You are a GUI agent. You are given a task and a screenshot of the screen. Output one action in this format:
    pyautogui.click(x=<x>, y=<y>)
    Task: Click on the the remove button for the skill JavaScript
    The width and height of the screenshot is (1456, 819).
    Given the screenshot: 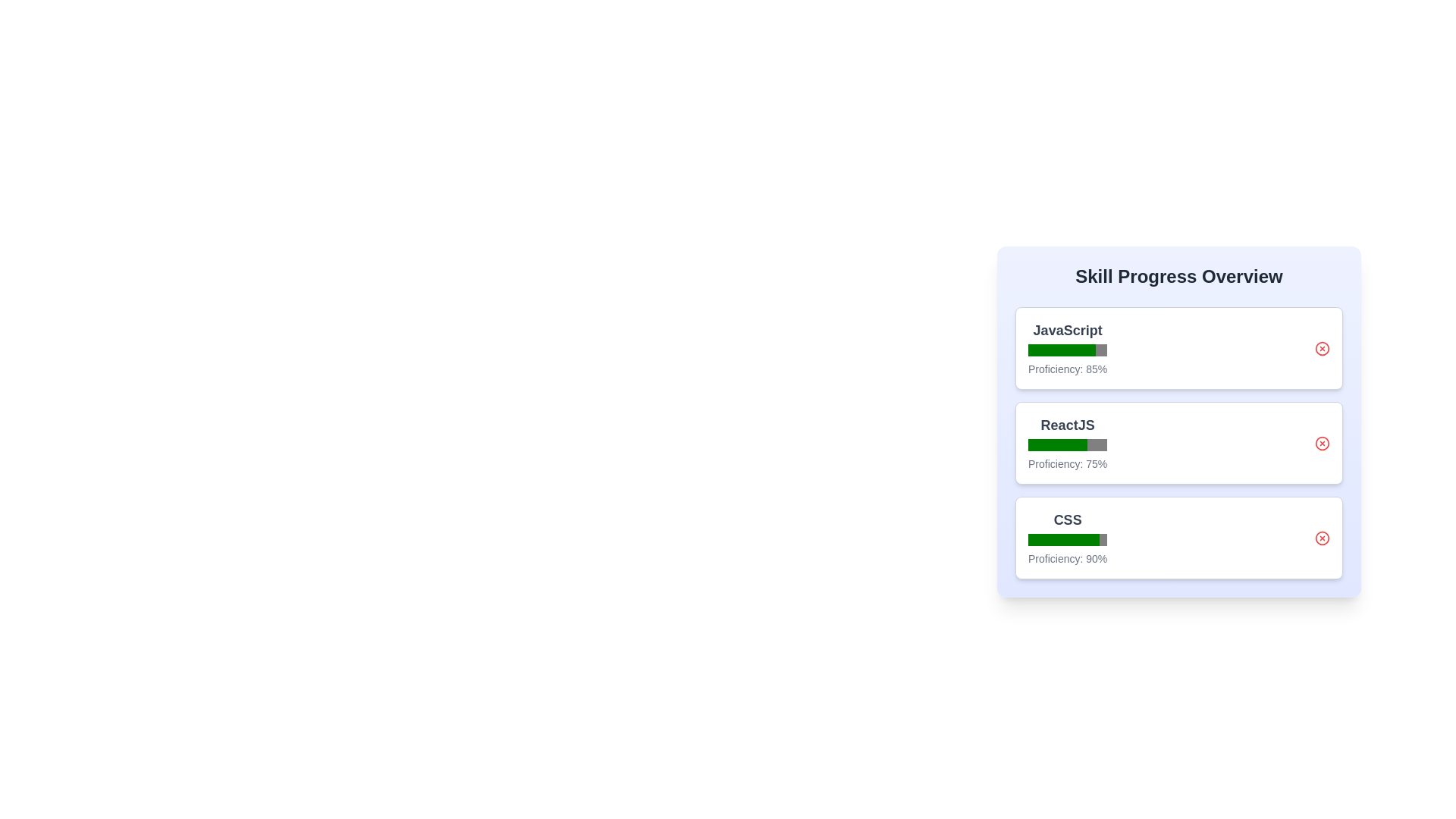 What is the action you would take?
    pyautogui.click(x=1321, y=348)
    